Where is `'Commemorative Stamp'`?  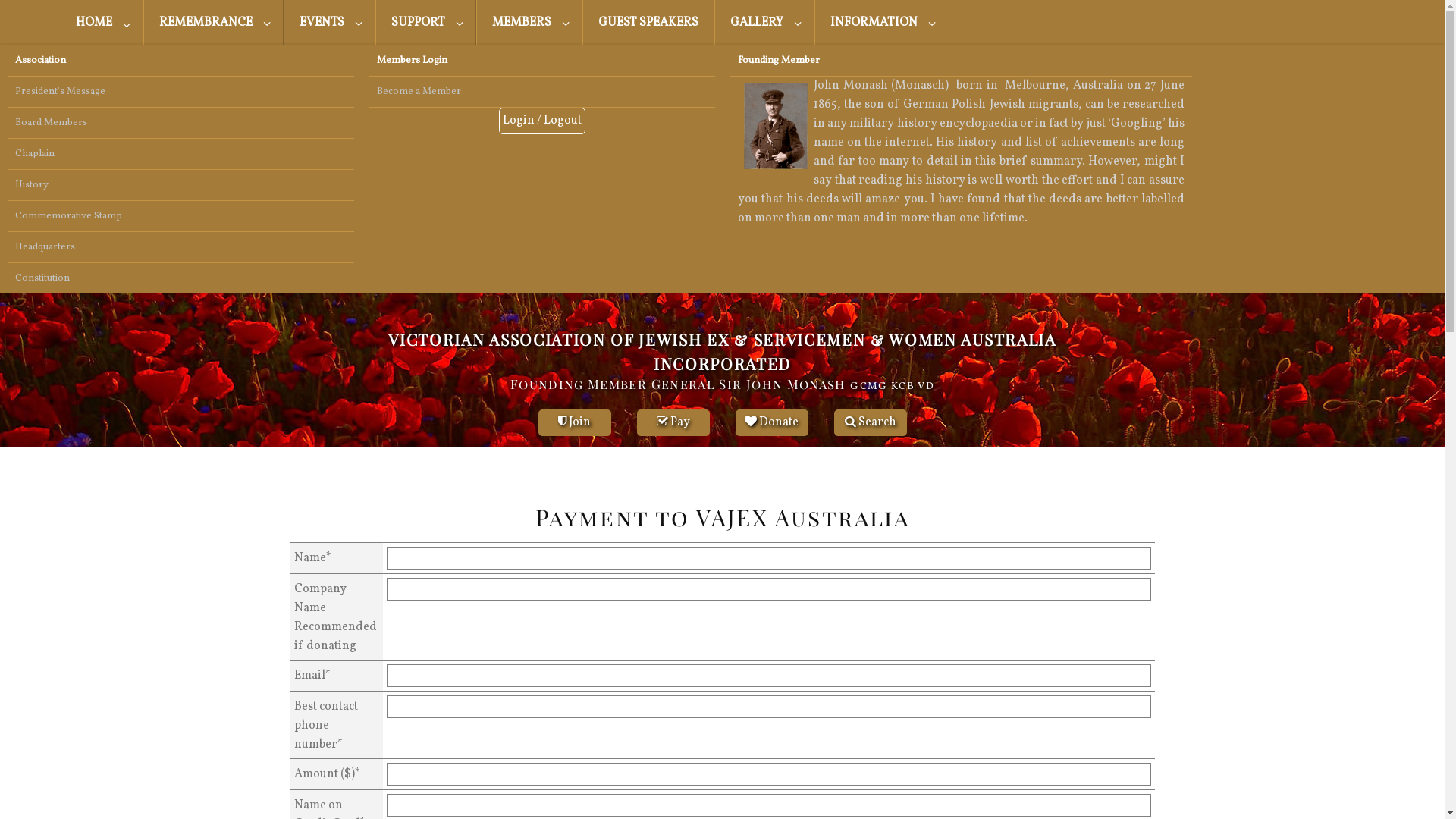 'Commemorative Stamp' is located at coordinates (180, 216).